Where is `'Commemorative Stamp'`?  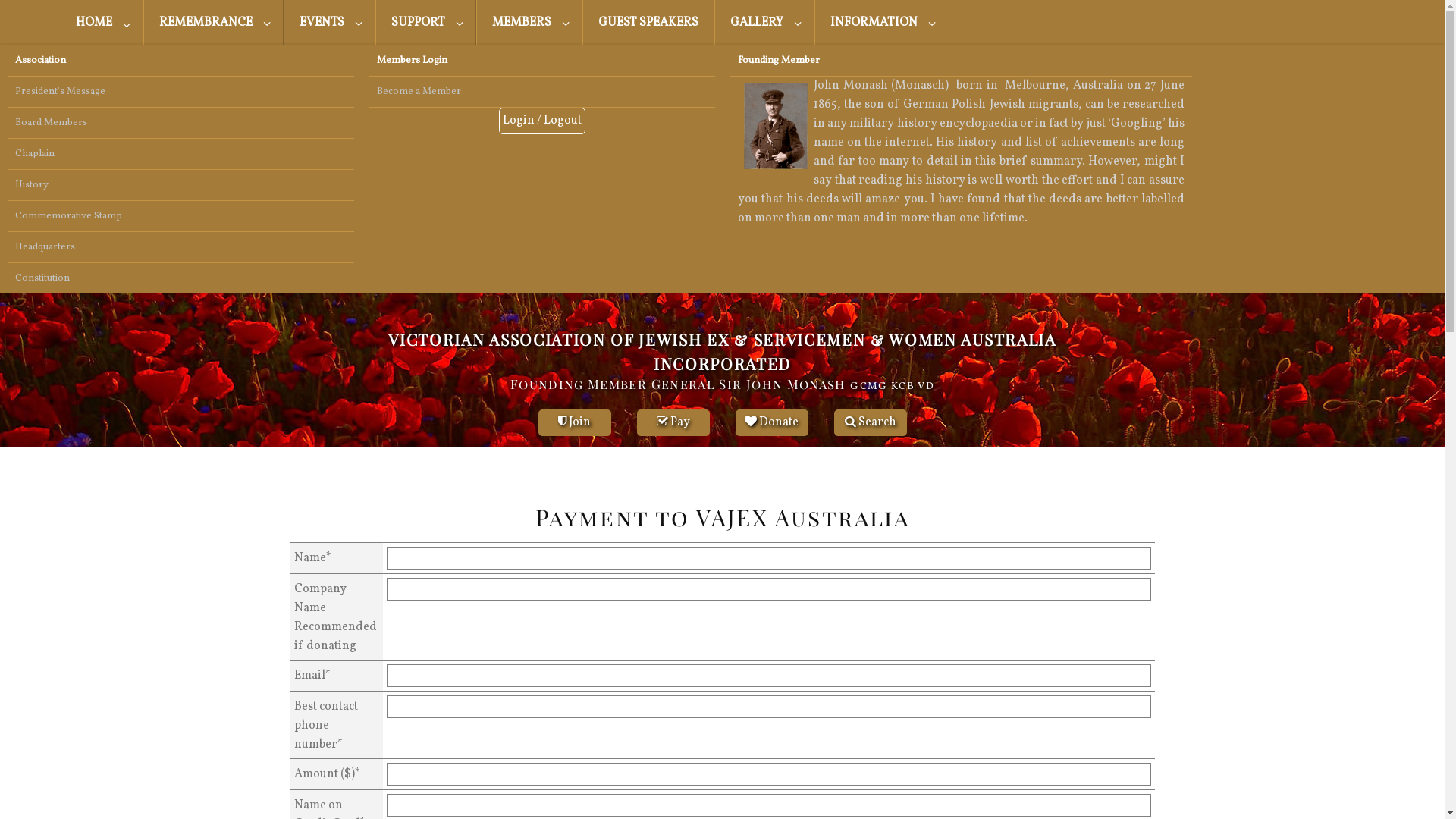 'Commemorative Stamp' is located at coordinates (180, 216).